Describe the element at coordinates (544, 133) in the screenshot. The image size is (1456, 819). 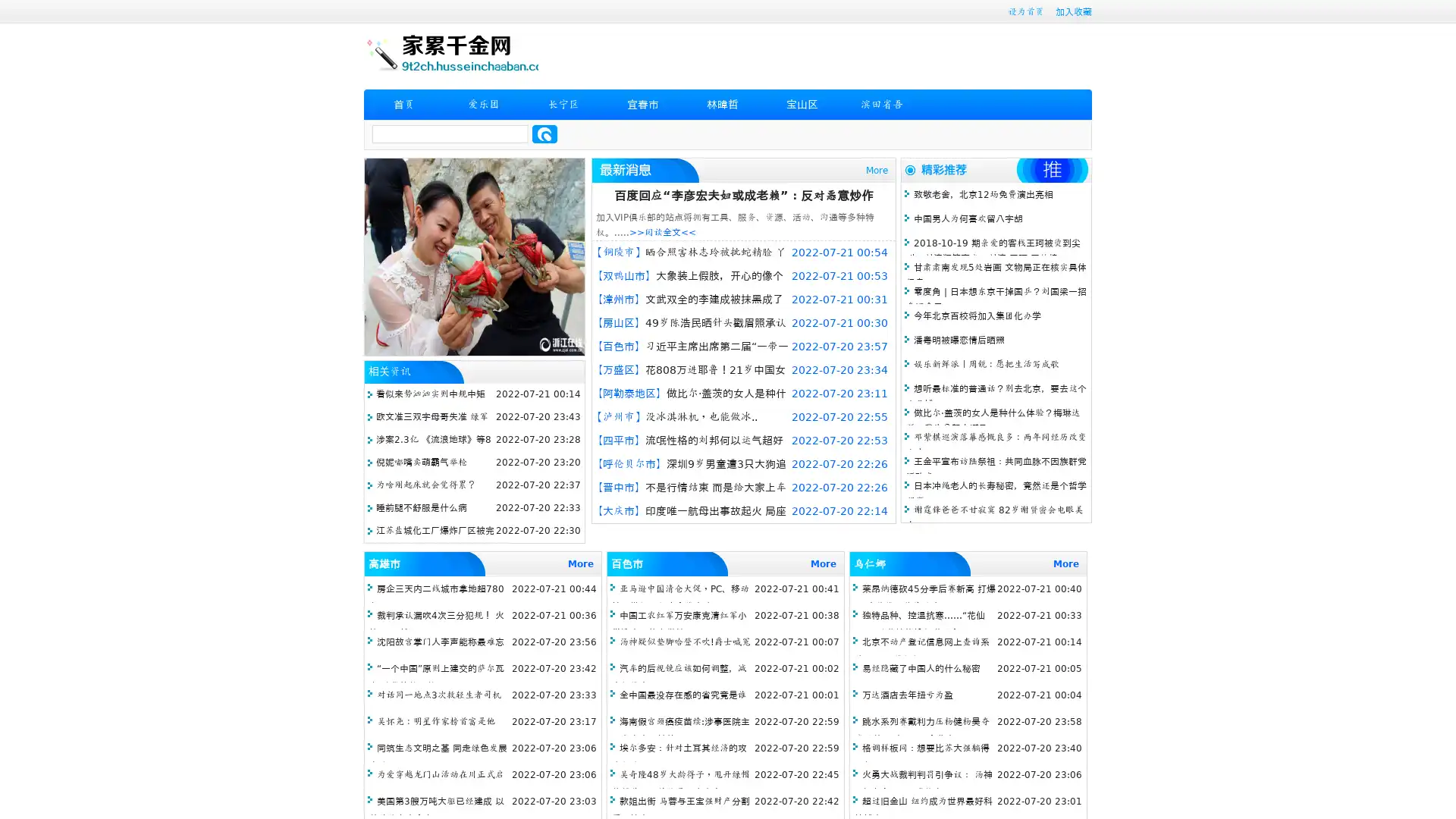
I see `Search` at that location.